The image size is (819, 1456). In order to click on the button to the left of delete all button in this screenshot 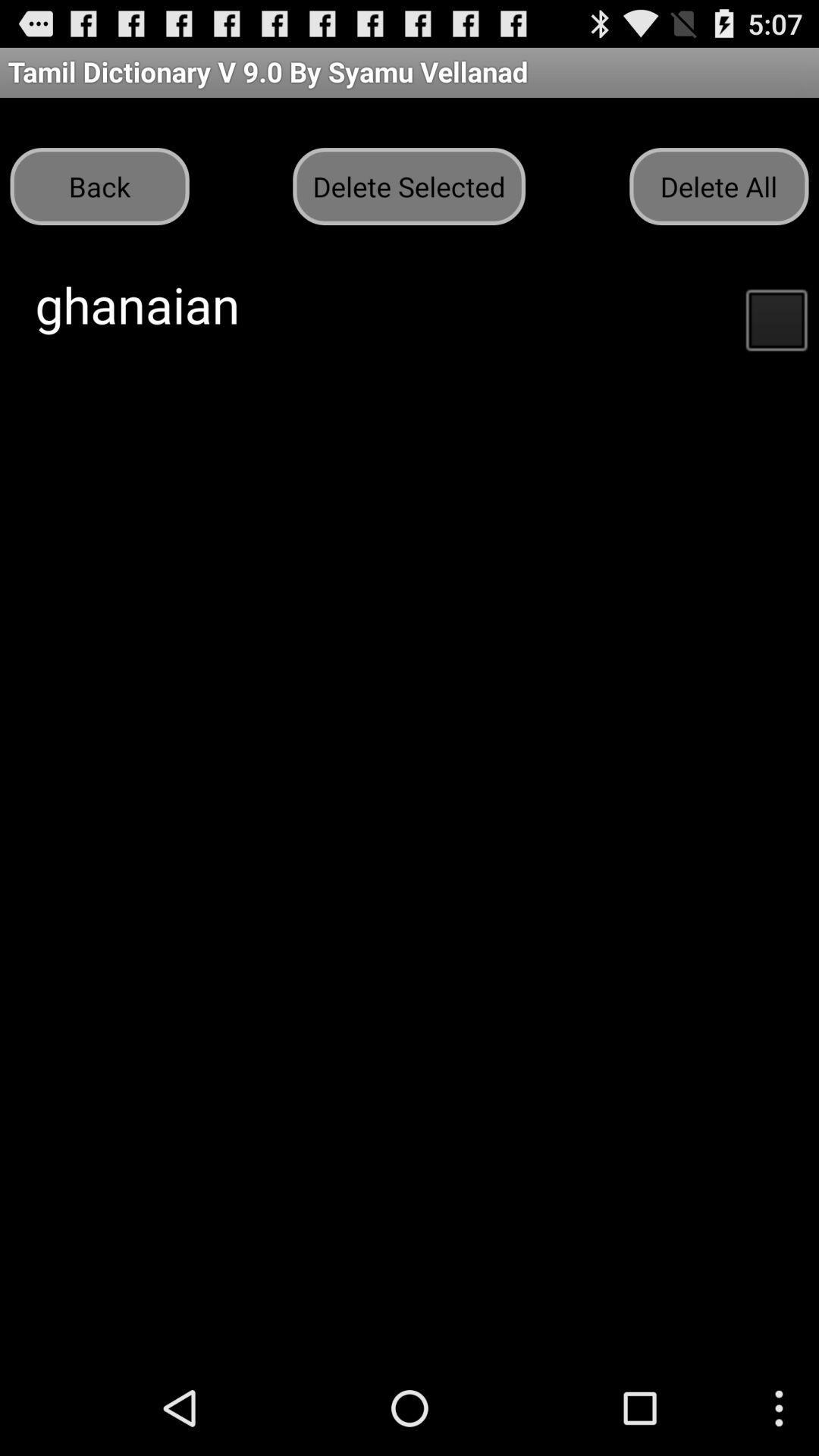, I will do `click(408, 185)`.